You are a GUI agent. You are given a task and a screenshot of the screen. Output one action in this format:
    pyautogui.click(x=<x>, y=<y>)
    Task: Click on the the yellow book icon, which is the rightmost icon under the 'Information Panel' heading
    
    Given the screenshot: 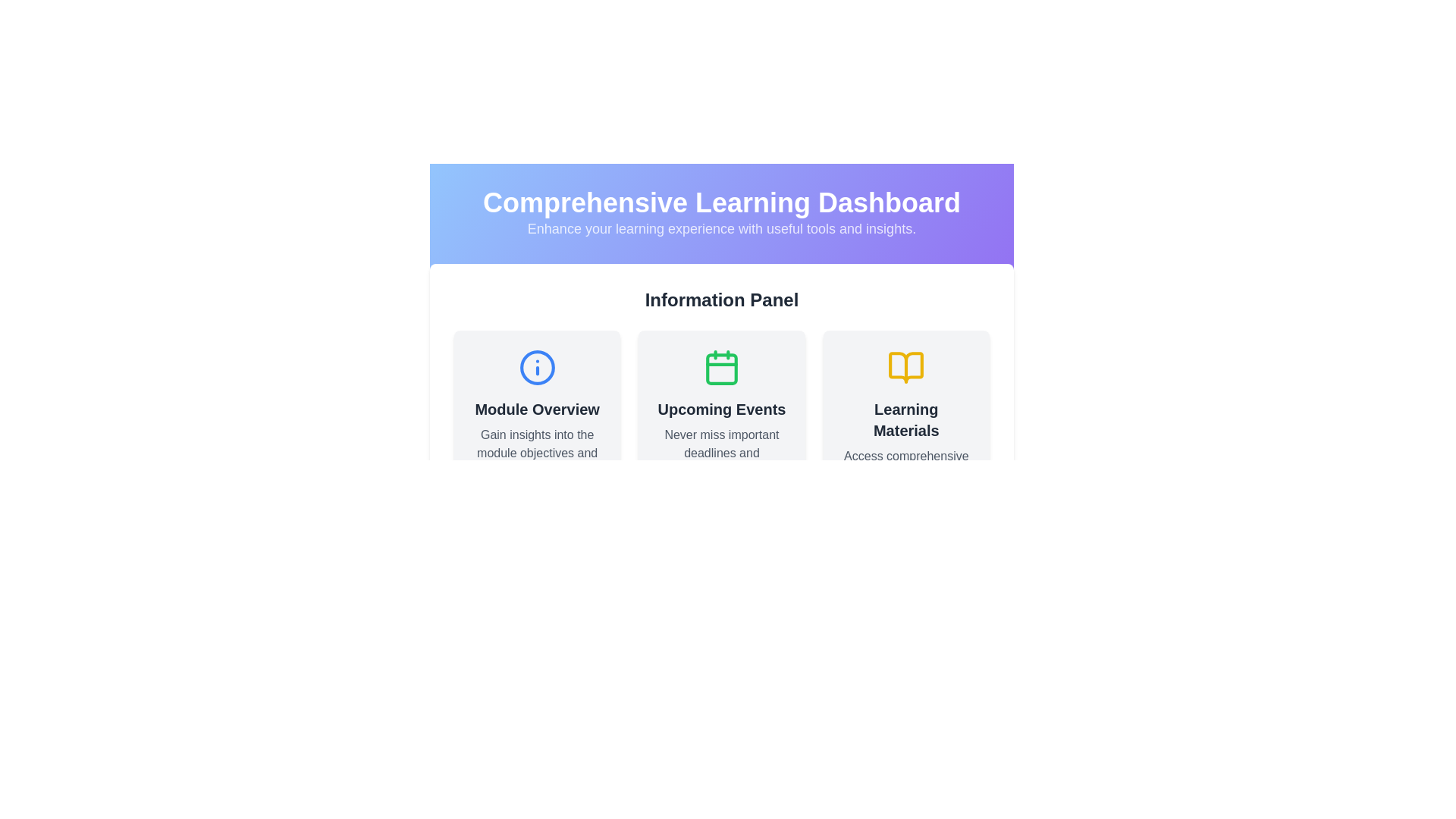 What is the action you would take?
    pyautogui.click(x=906, y=368)
    